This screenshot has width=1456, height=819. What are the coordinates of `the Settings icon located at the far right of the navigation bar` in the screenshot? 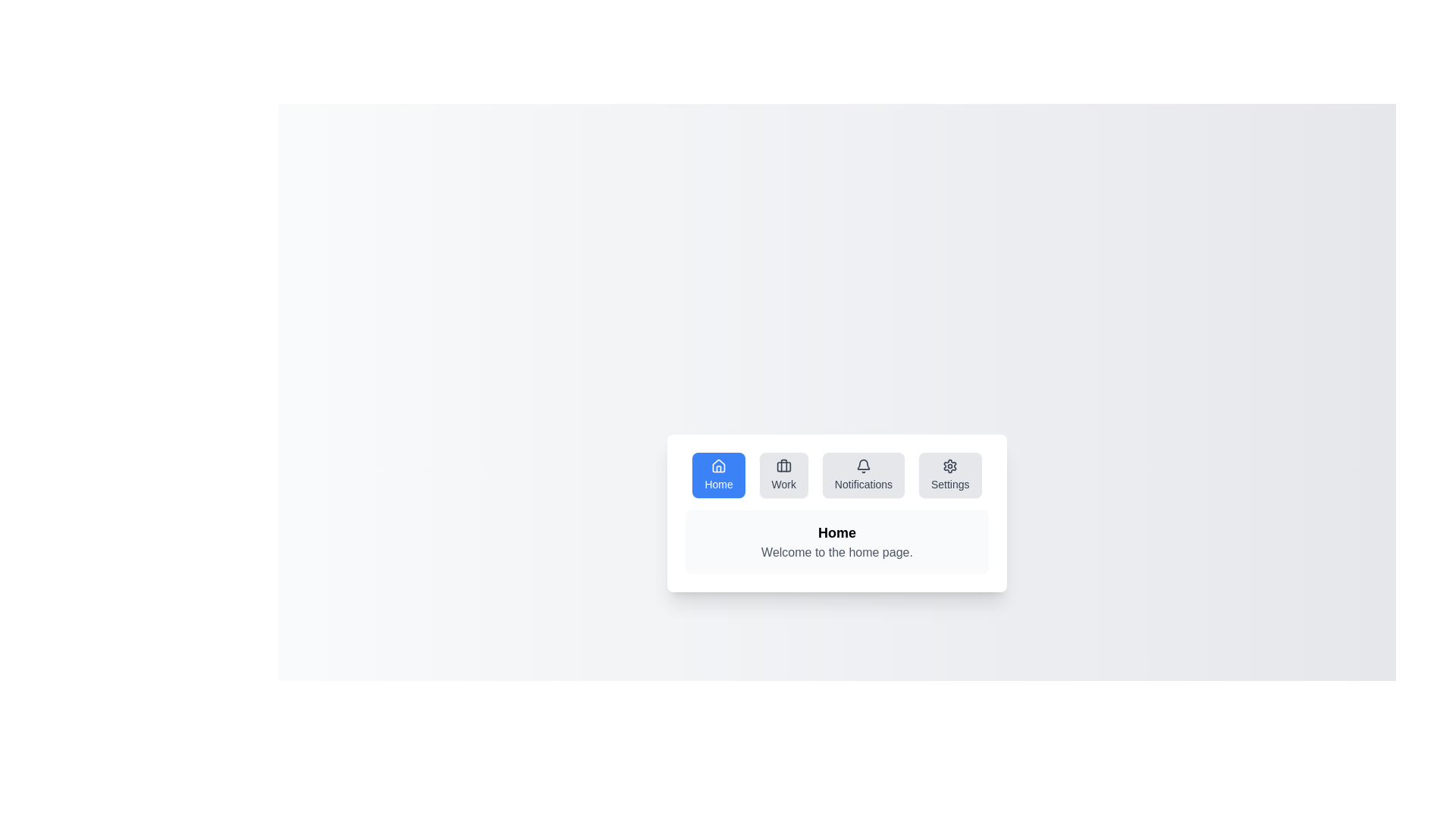 It's located at (949, 465).